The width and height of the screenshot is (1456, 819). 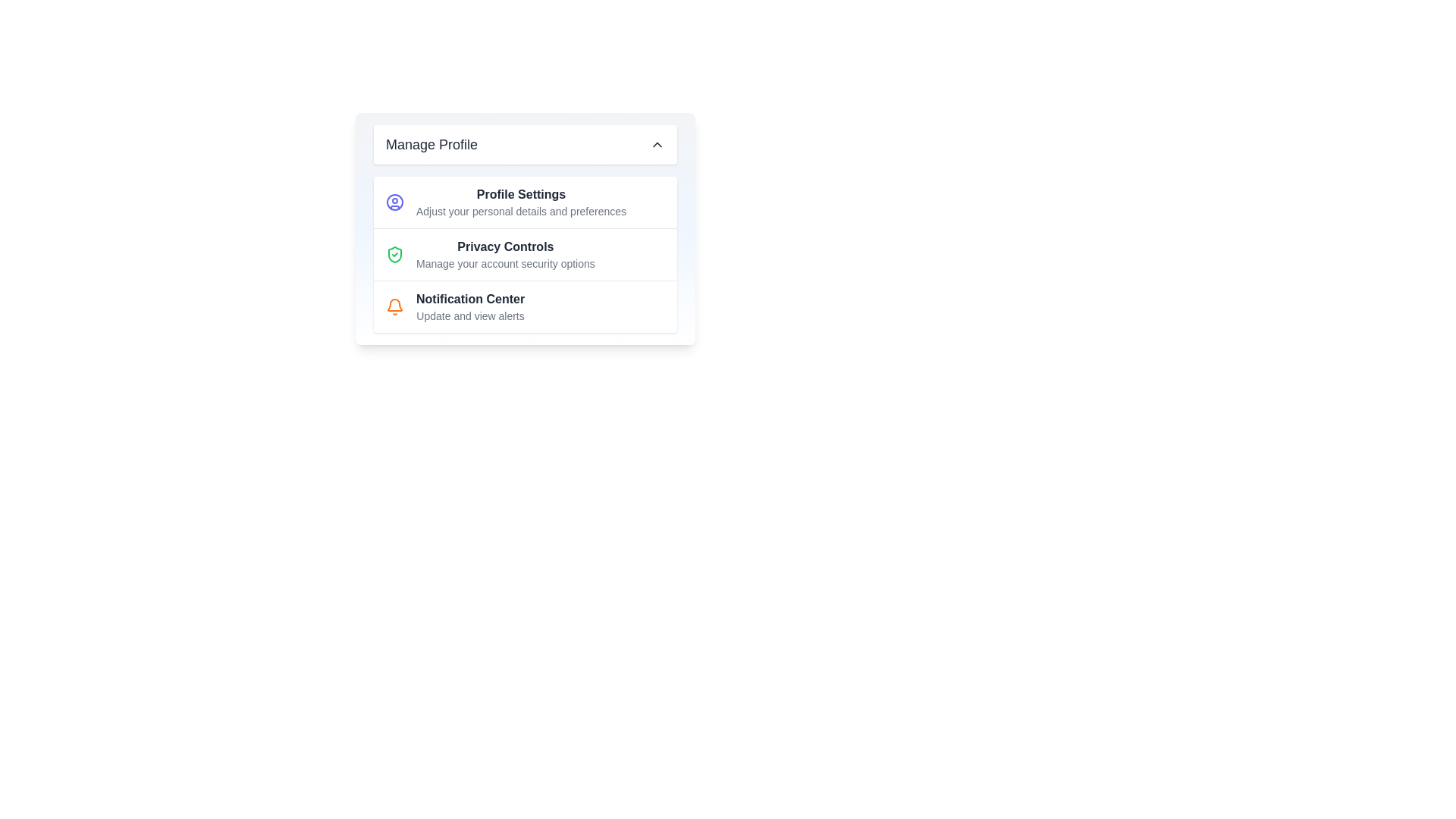 What do you see at coordinates (395, 305) in the screenshot?
I see `the upper section of the bell icon, which is part of the notification symbol used for alerting users about updates and messages` at bounding box center [395, 305].